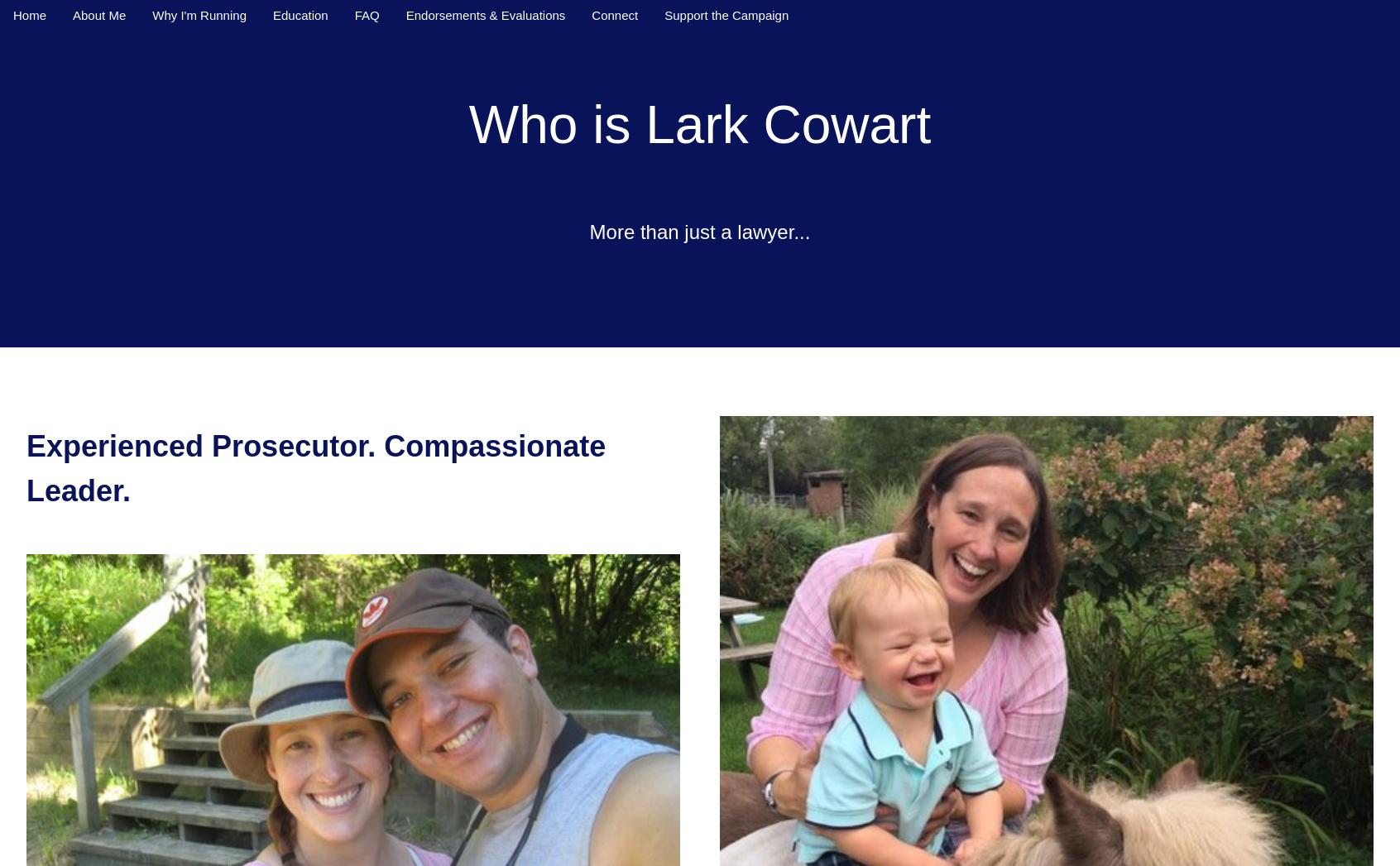 Image resolution: width=1400 pixels, height=866 pixels. I want to click on 'Connect', so click(613, 14).